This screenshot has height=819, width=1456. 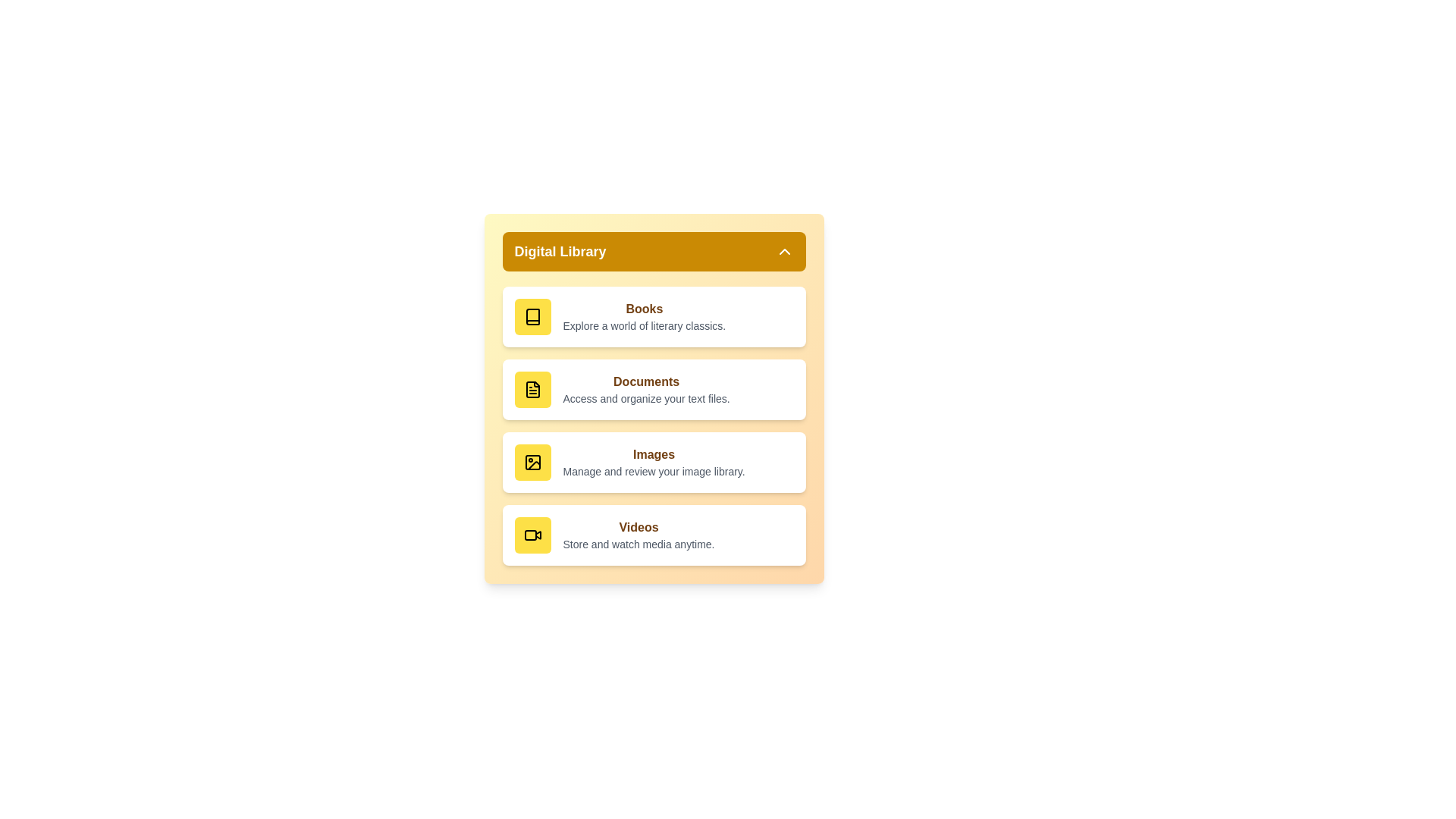 I want to click on the description of the Videos section, so click(x=639, y=543).